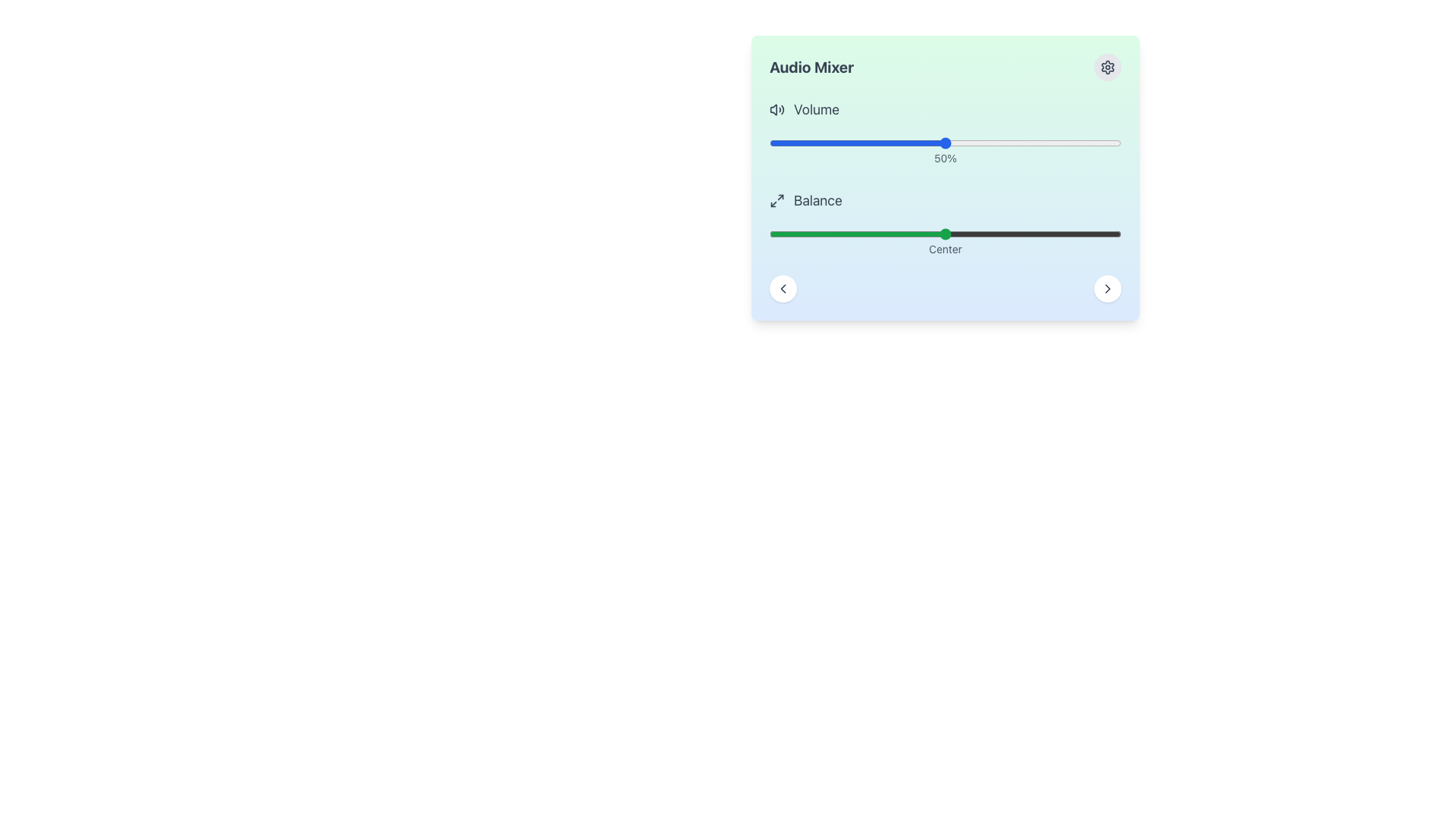 Image resolution: width=1456 pixels, height=819 pixels. I want to click on the volume, so click(1118, 143).